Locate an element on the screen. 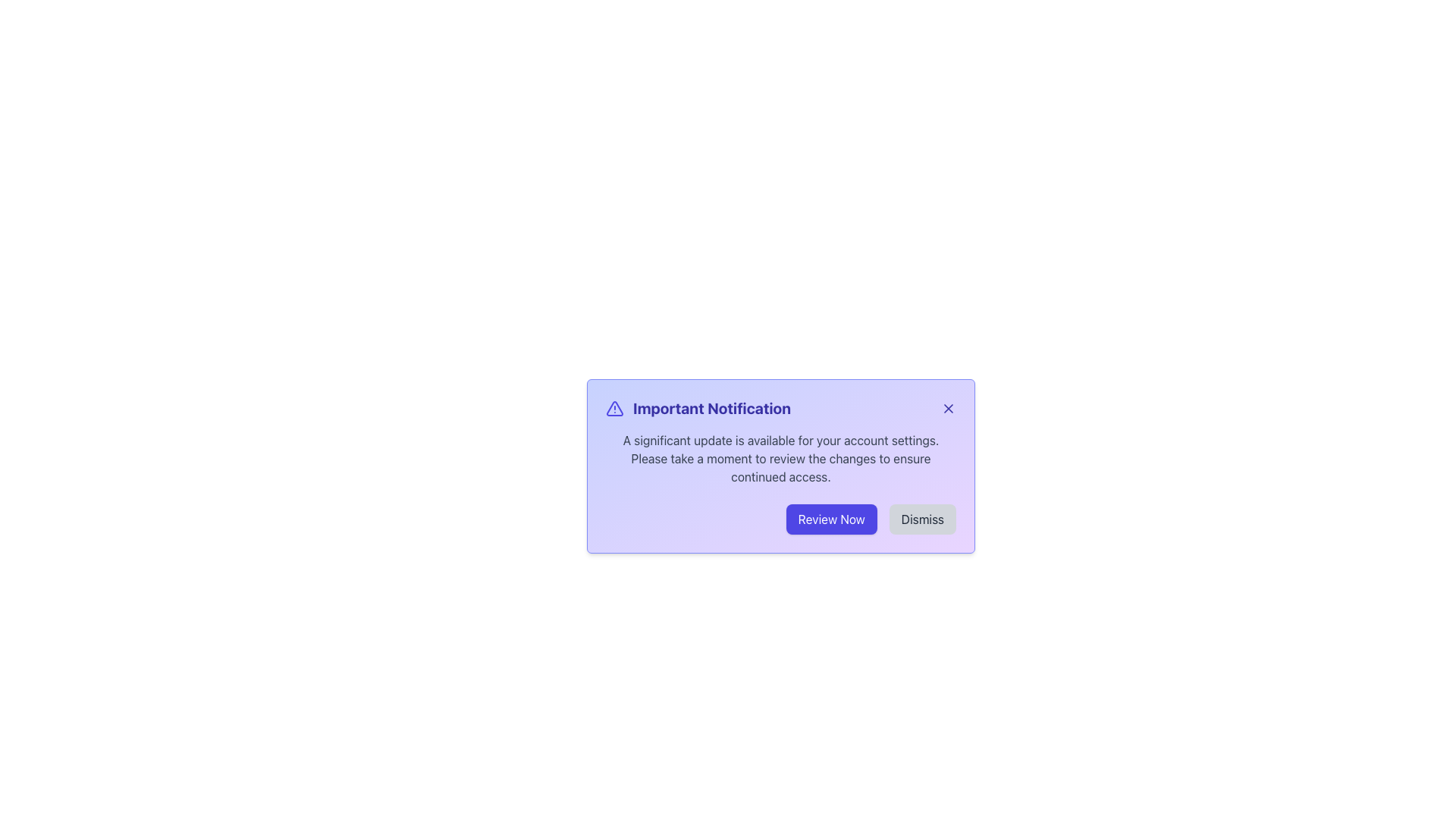  the dismiss button located at the bottom-right corner of the notification dialog box is located at coordinates (921, 519).